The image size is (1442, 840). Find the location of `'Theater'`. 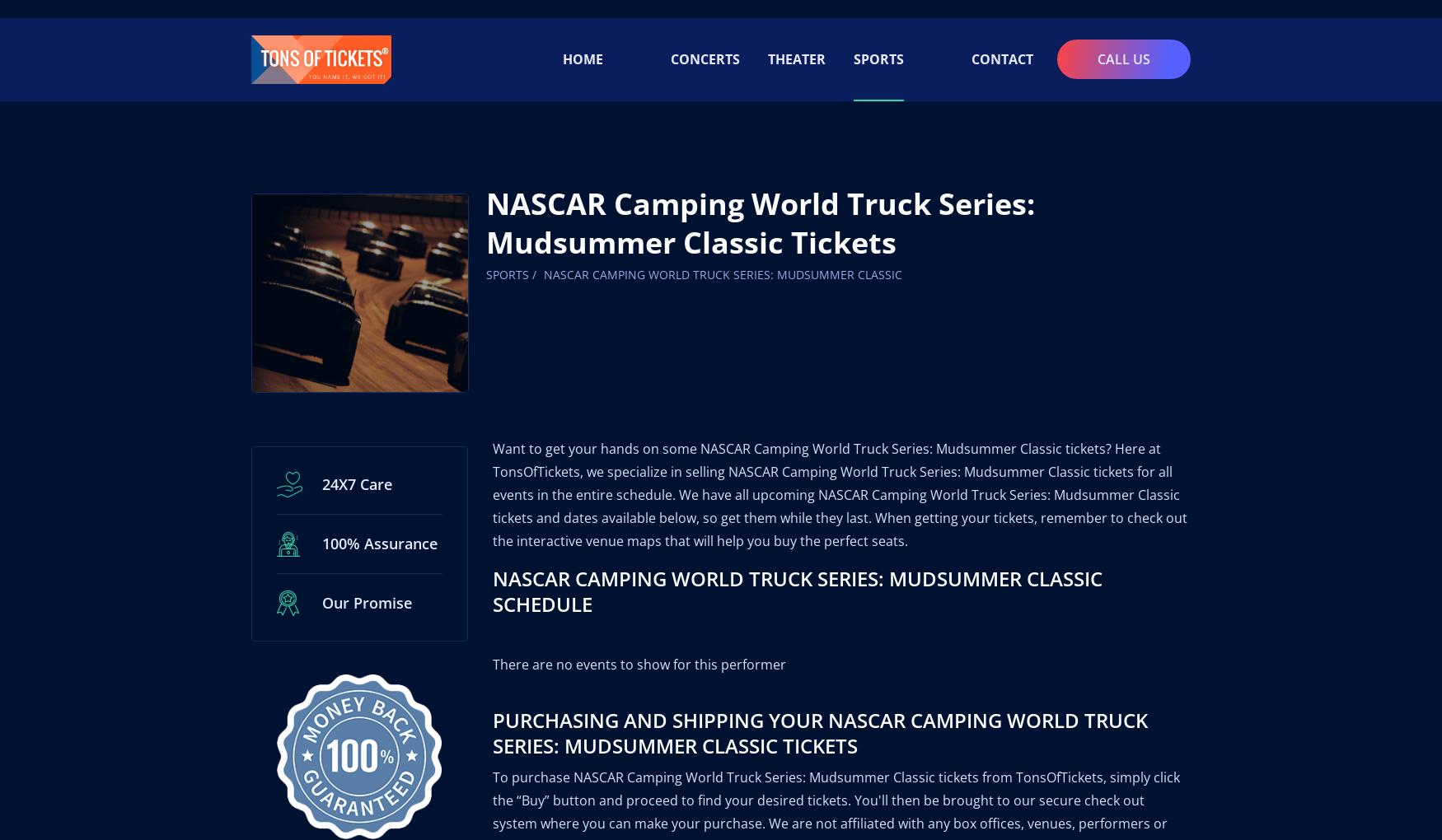

'Theater' is located at coordinates (797, 40).